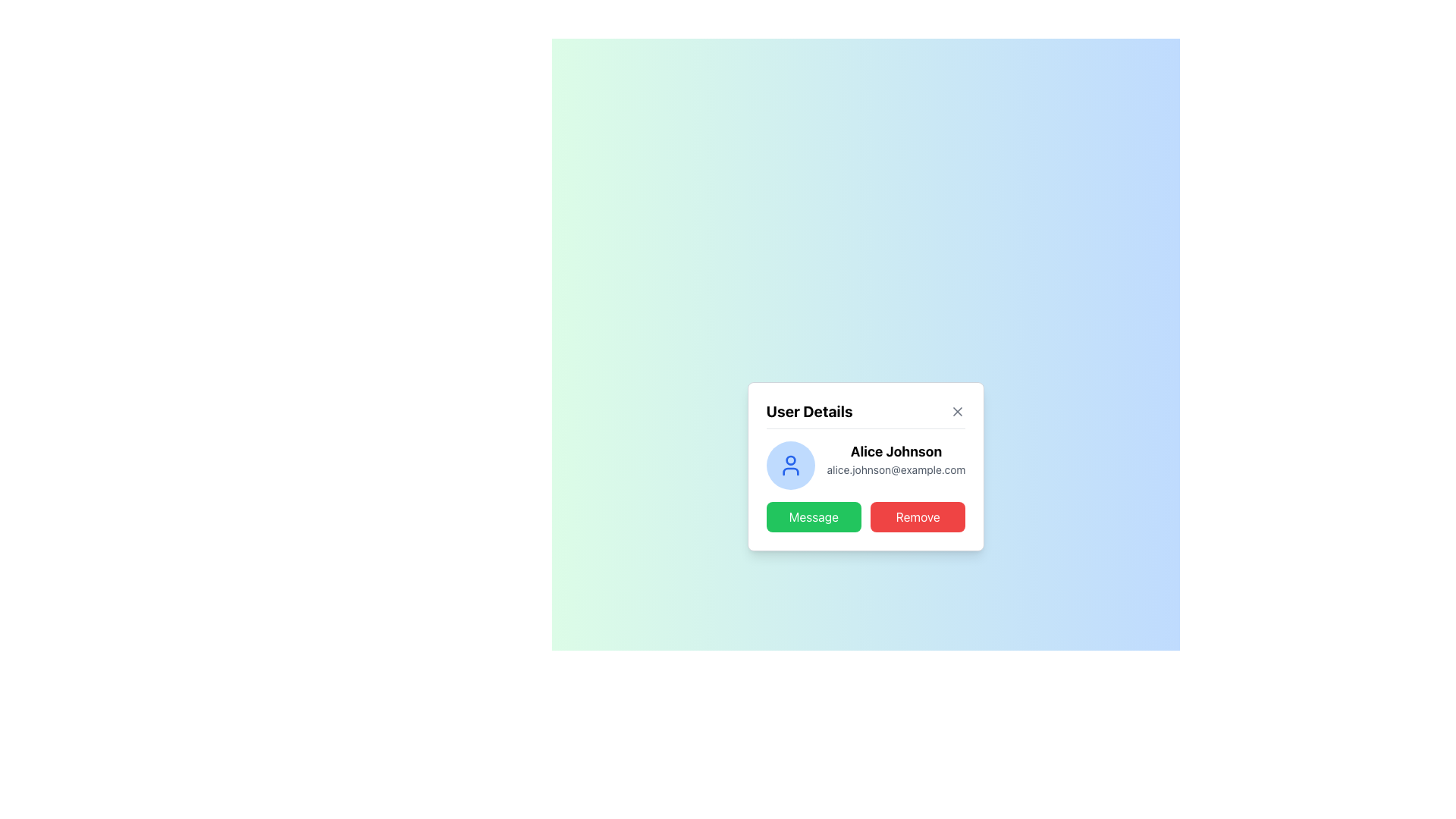 The height and width of the screenshot is (819, 1456). What do you see at coordinates (789, 464) in the screenshot?
I see `the user icon representing Alice Johnson, which is located in the user details interface above her name and email address` at bounding box center [789, 464].